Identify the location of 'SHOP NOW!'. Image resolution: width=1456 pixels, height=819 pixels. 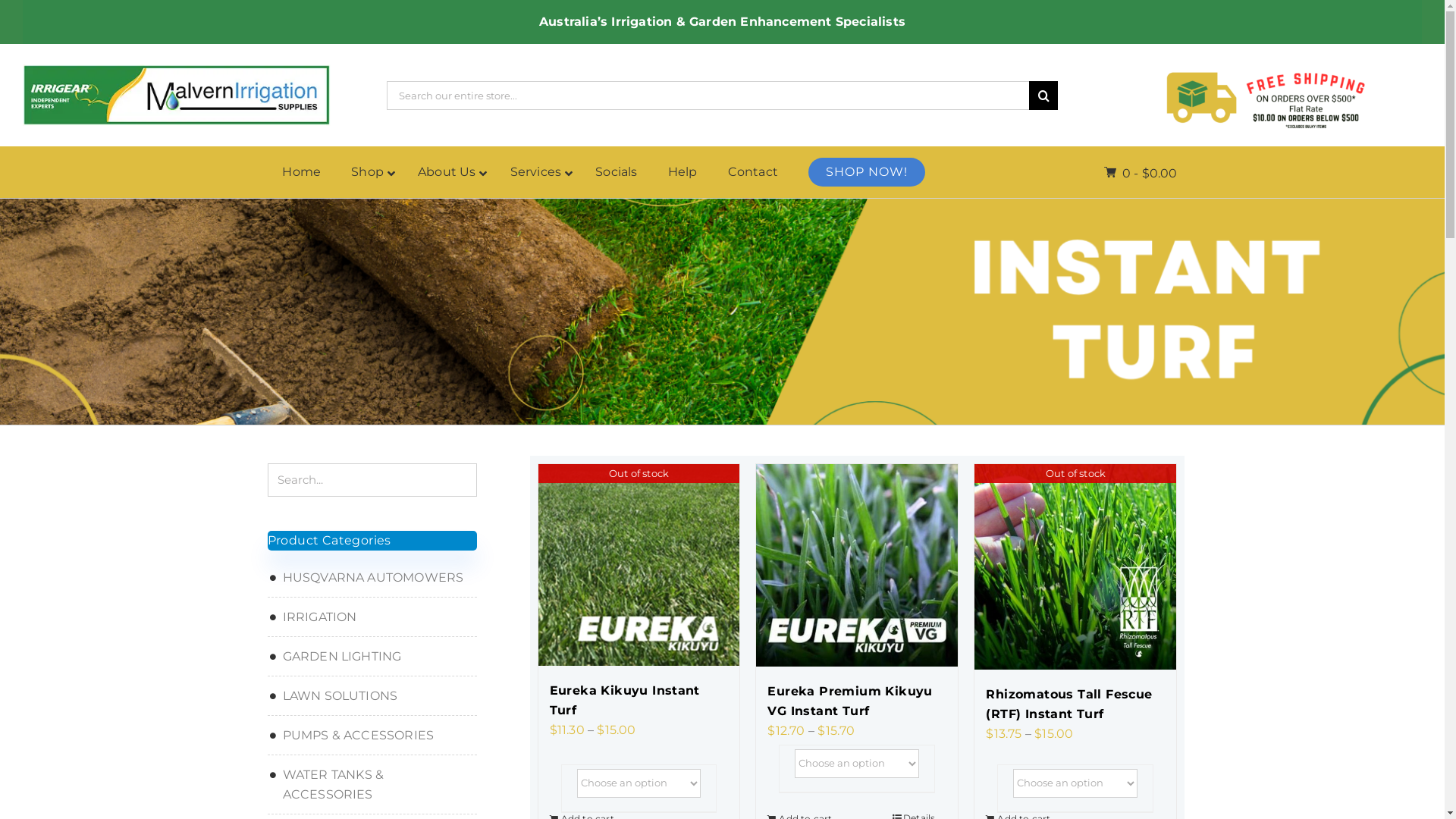
(866, 171).